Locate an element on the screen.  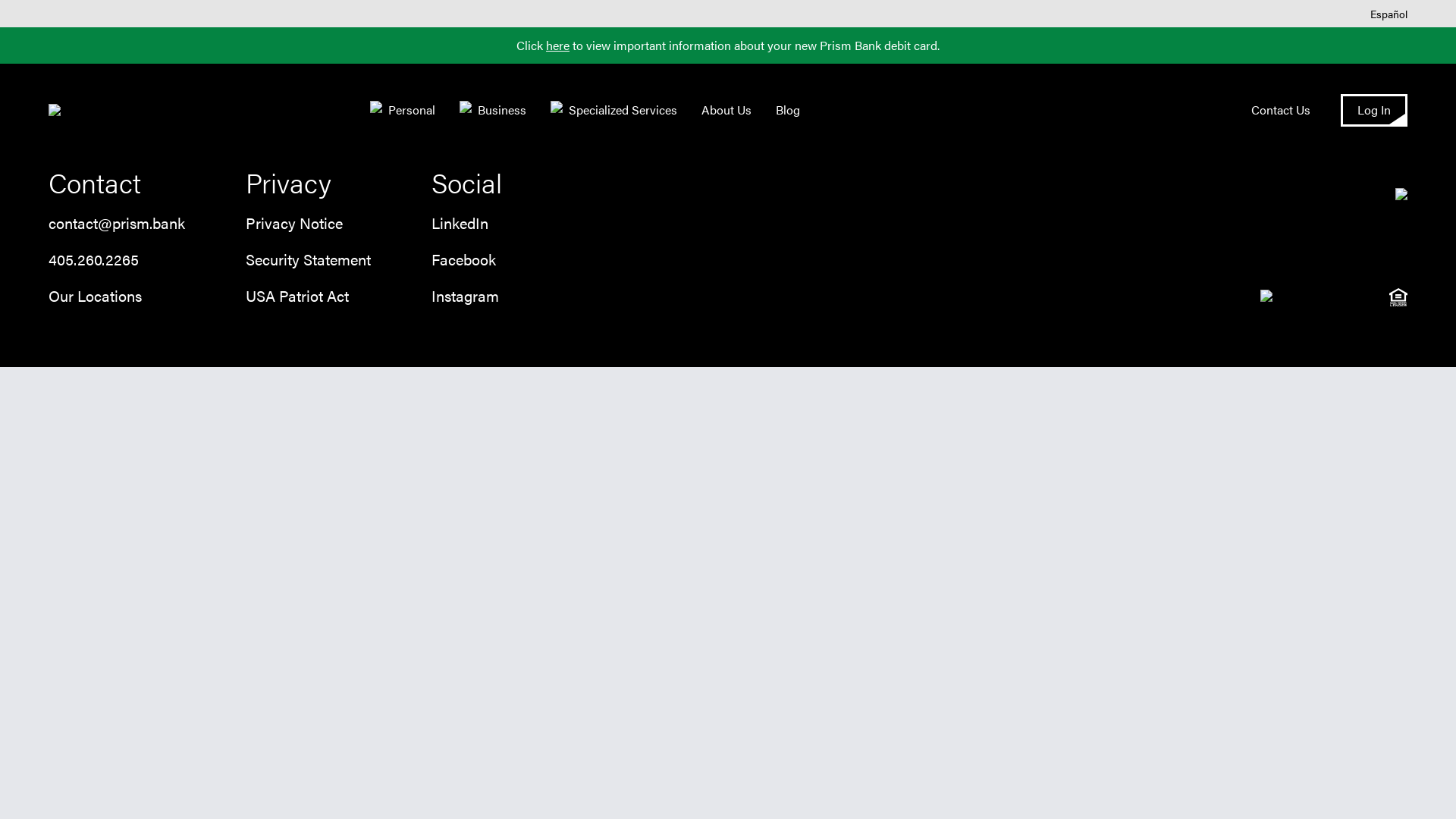
'Contact Us' is located at coordinates (1280, 108).